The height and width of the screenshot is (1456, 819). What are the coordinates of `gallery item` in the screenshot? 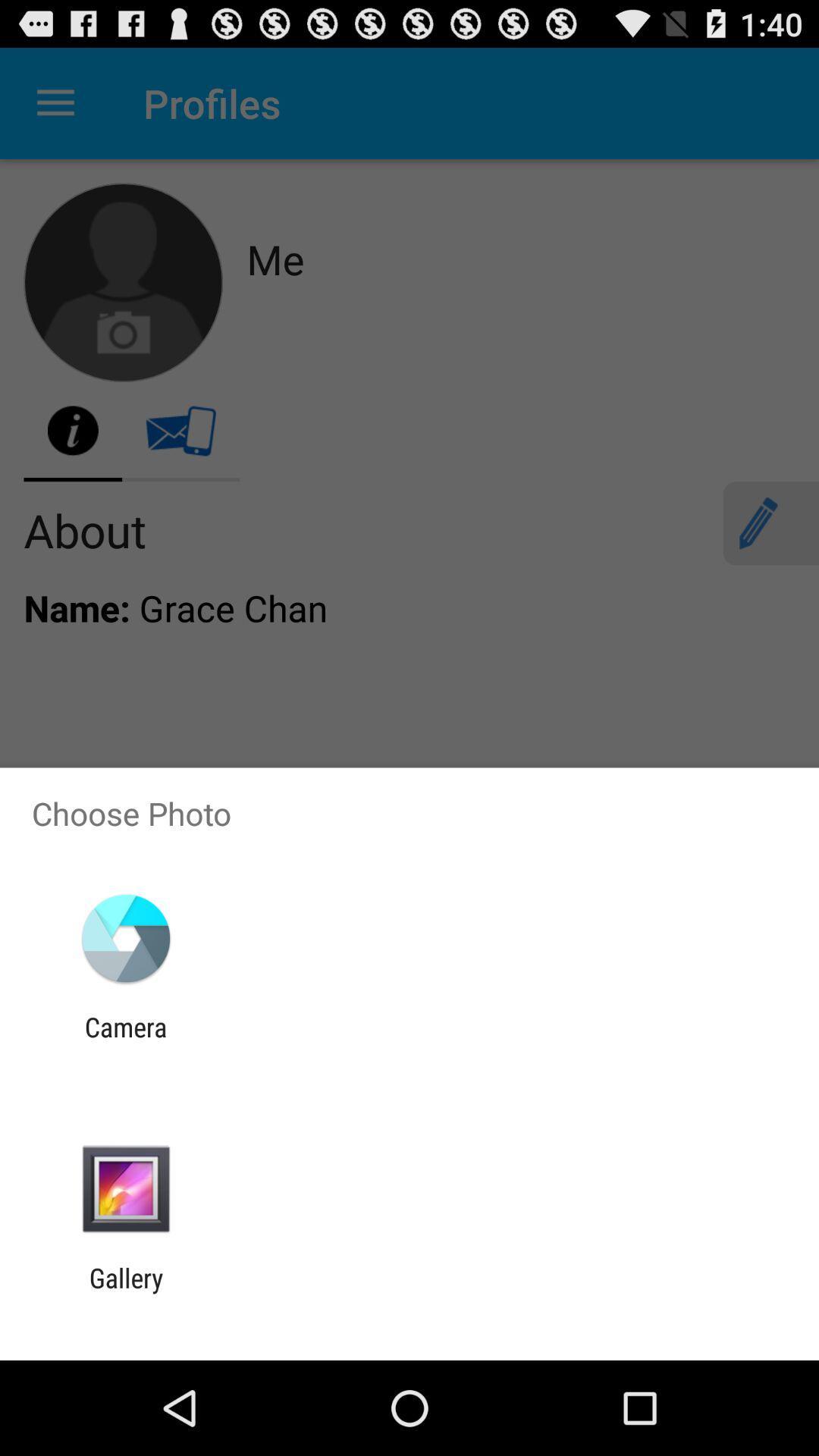 It's located at (125, 1293).